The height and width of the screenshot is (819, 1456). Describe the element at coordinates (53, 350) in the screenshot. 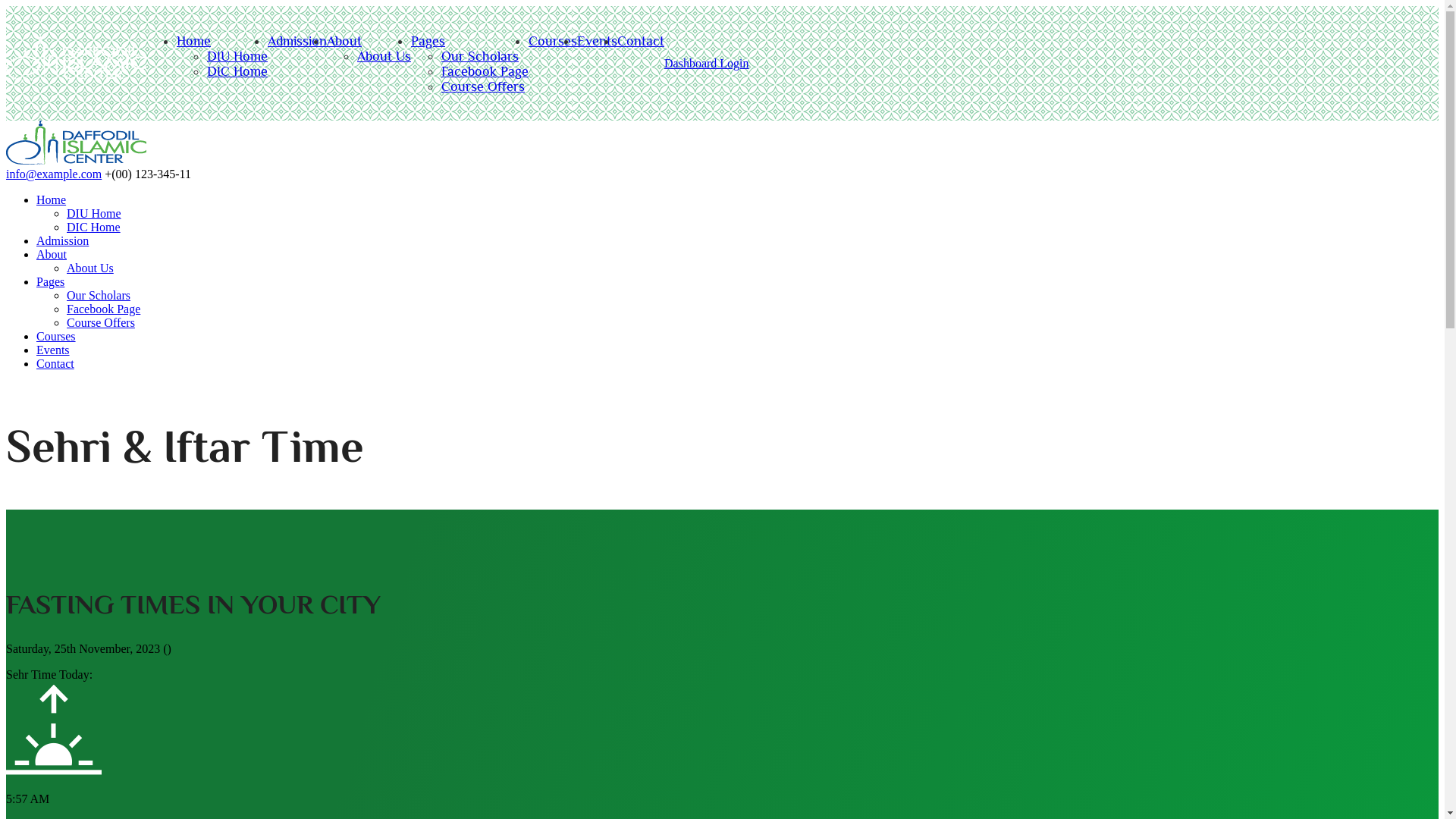

I see `'Events'` at that location.